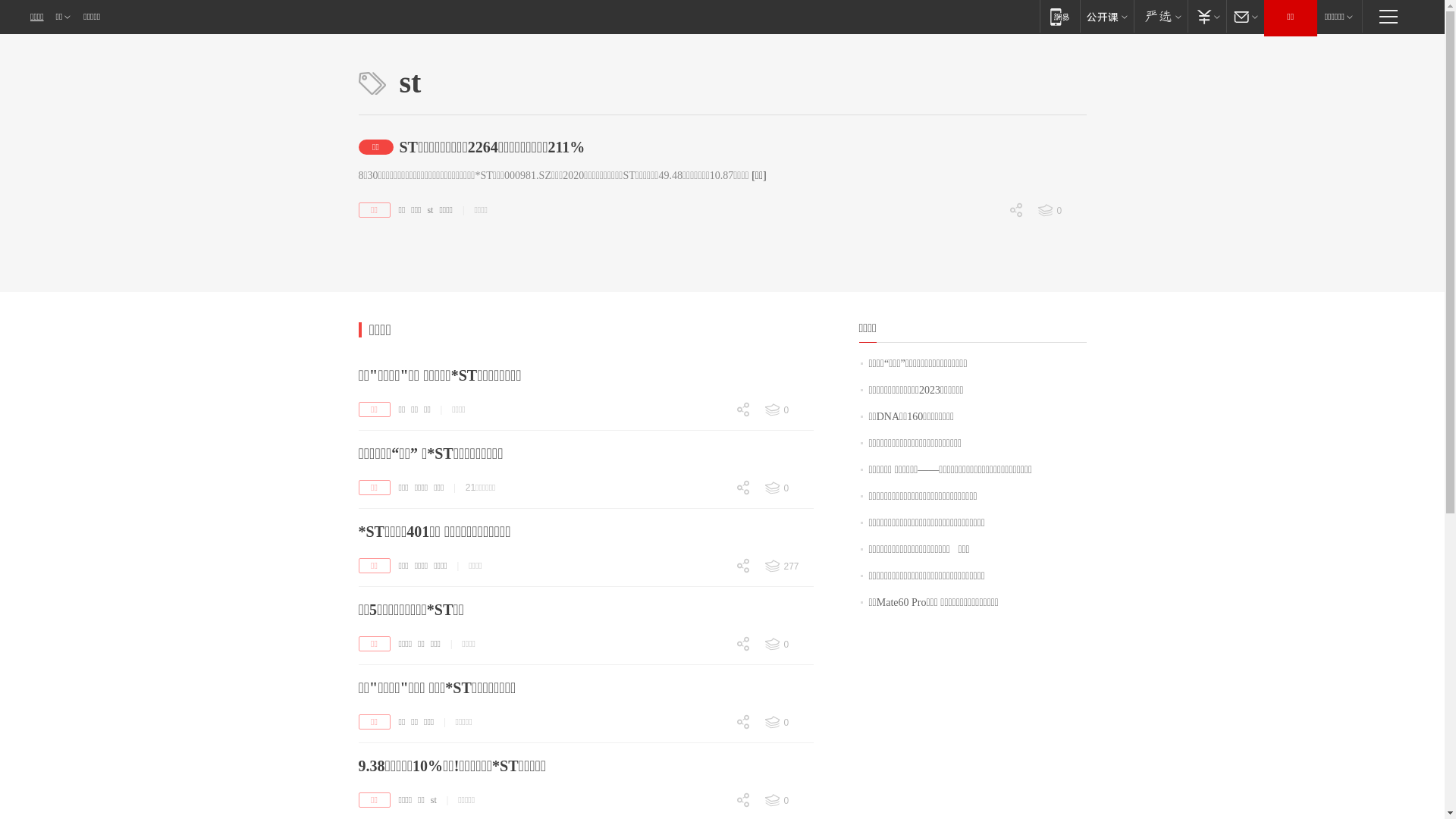  I want to click on '0', so click(673, 514).